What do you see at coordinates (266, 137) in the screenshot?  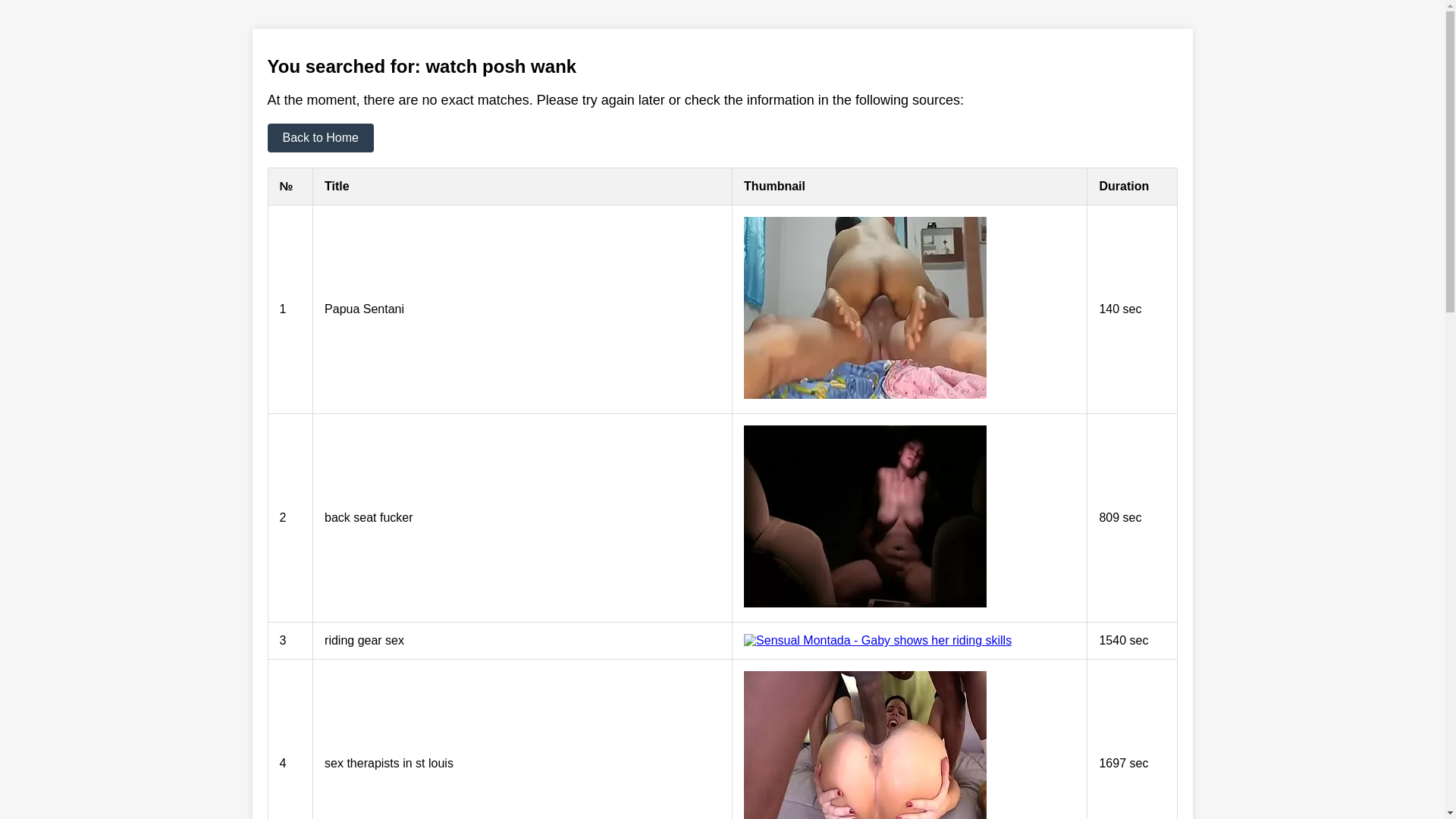 I see `'Back to Home'` at bounding box center [266, 137].